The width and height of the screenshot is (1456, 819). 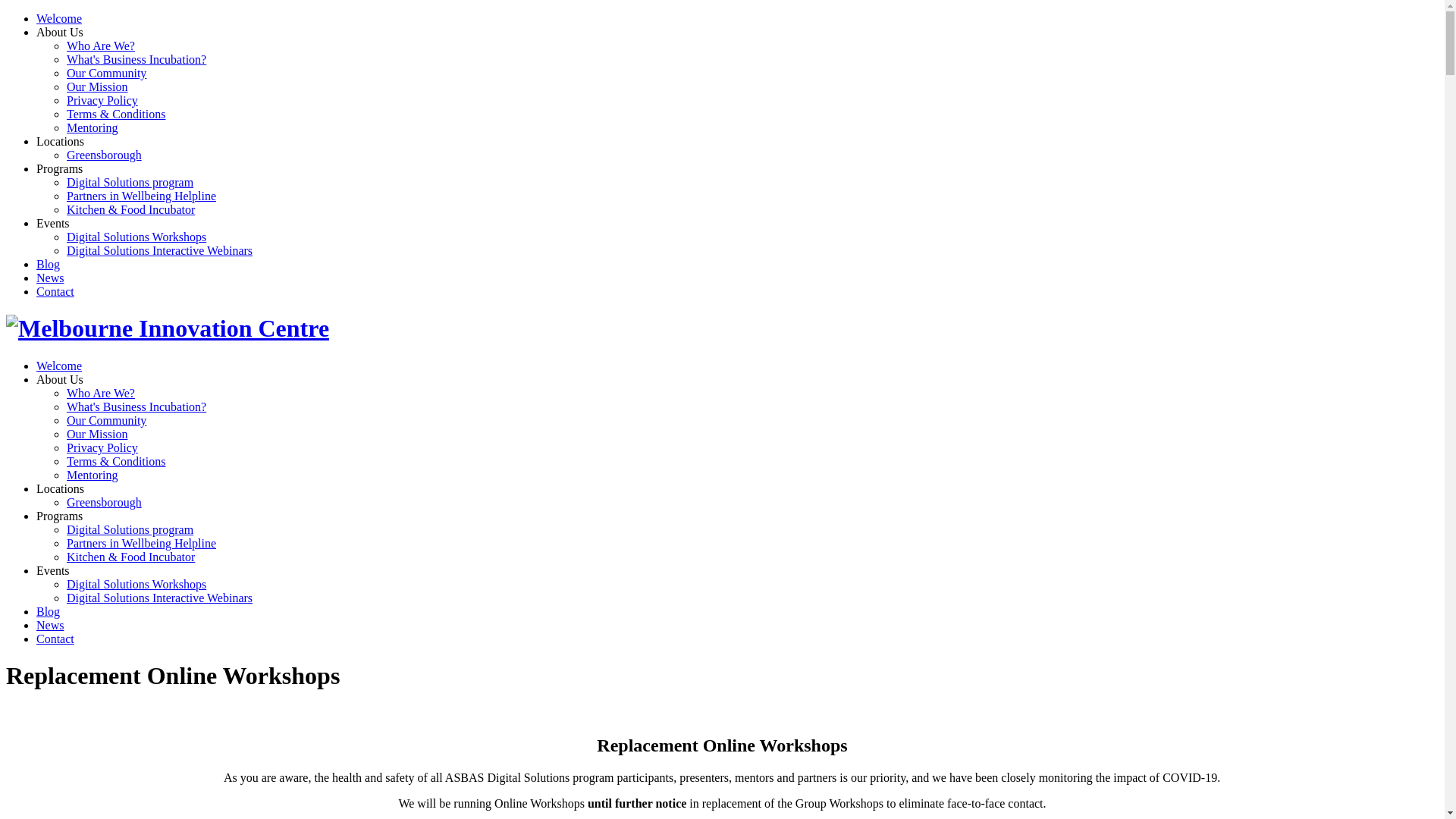 What do you see at coordinates (65, 542) in the screenshot?
I see `'Partners in Wellbeing Helpline'` at bounding box center [65, 542].